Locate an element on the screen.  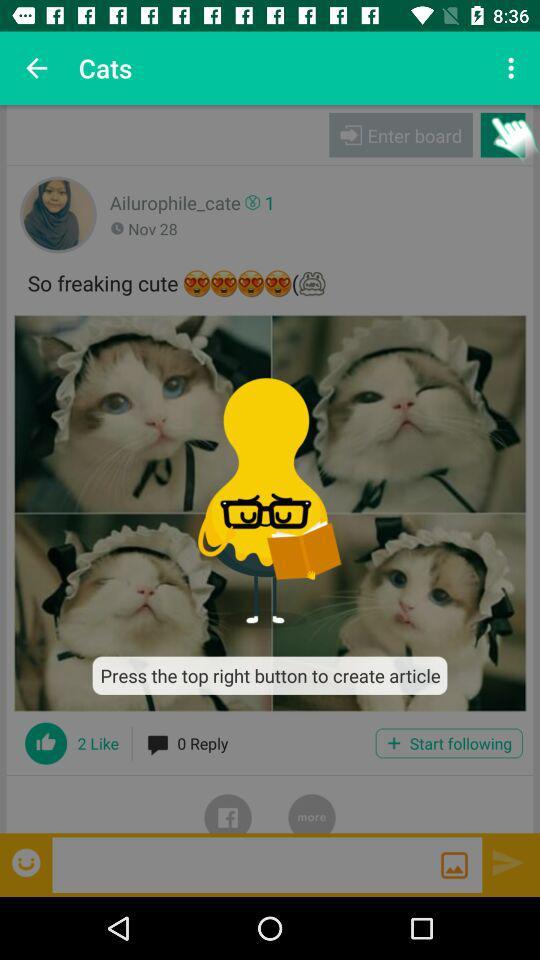
so freaking cute icon is located at coordinates (270, 279).